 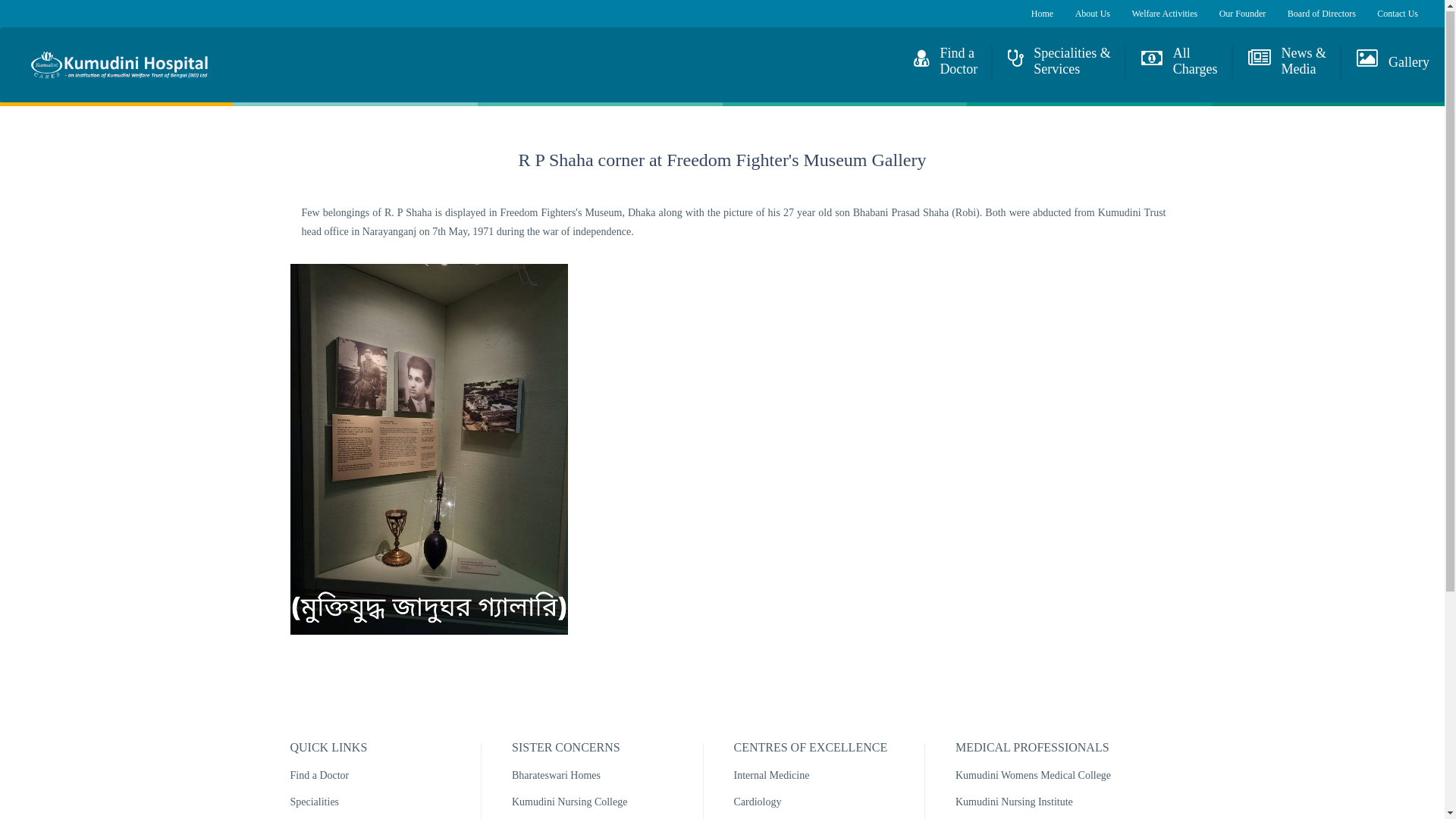 I want to click on 'Specialities &, so click(x=1058, y=62).